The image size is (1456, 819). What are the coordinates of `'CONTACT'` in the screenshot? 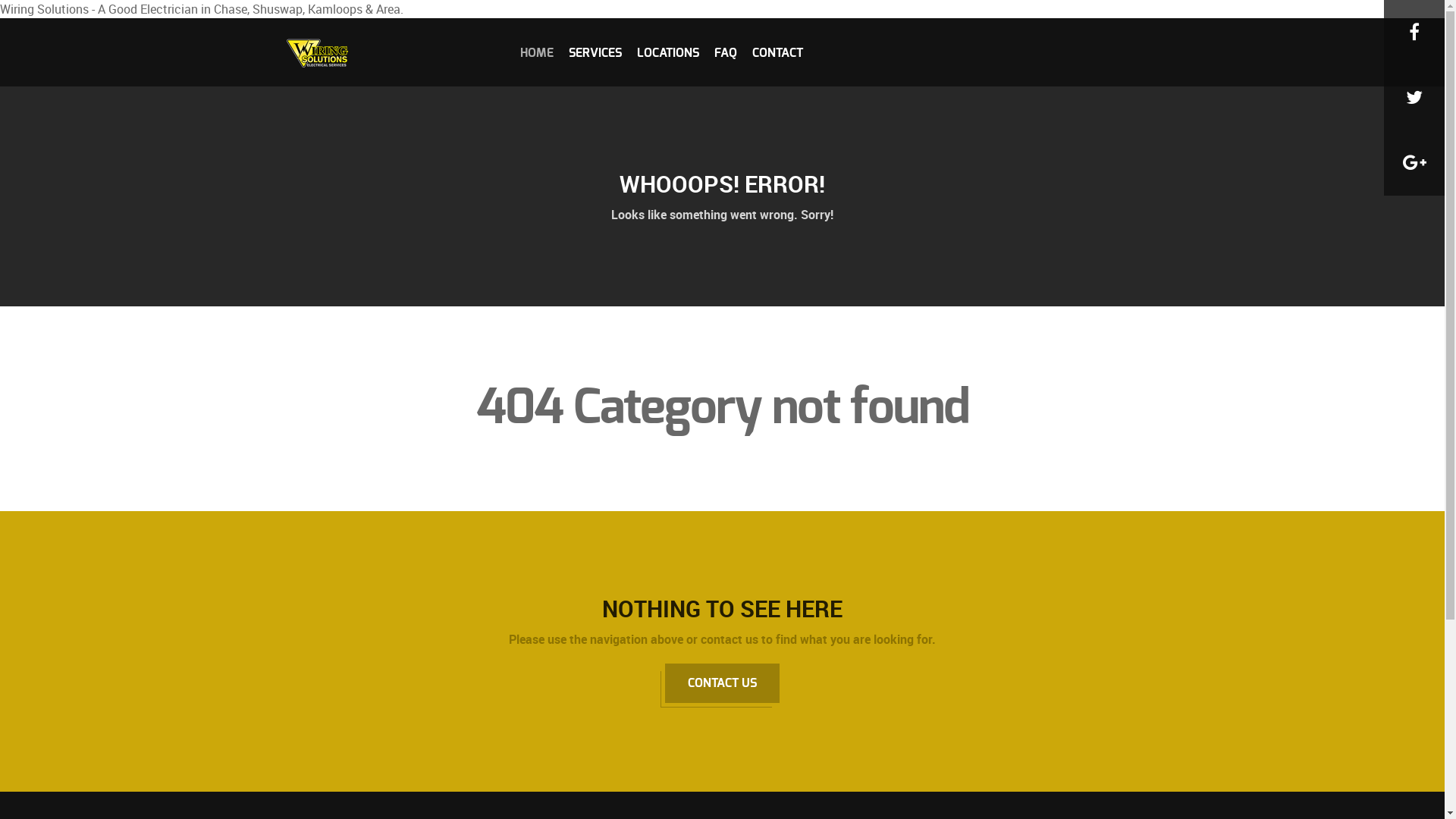 It's located at (777, 52).